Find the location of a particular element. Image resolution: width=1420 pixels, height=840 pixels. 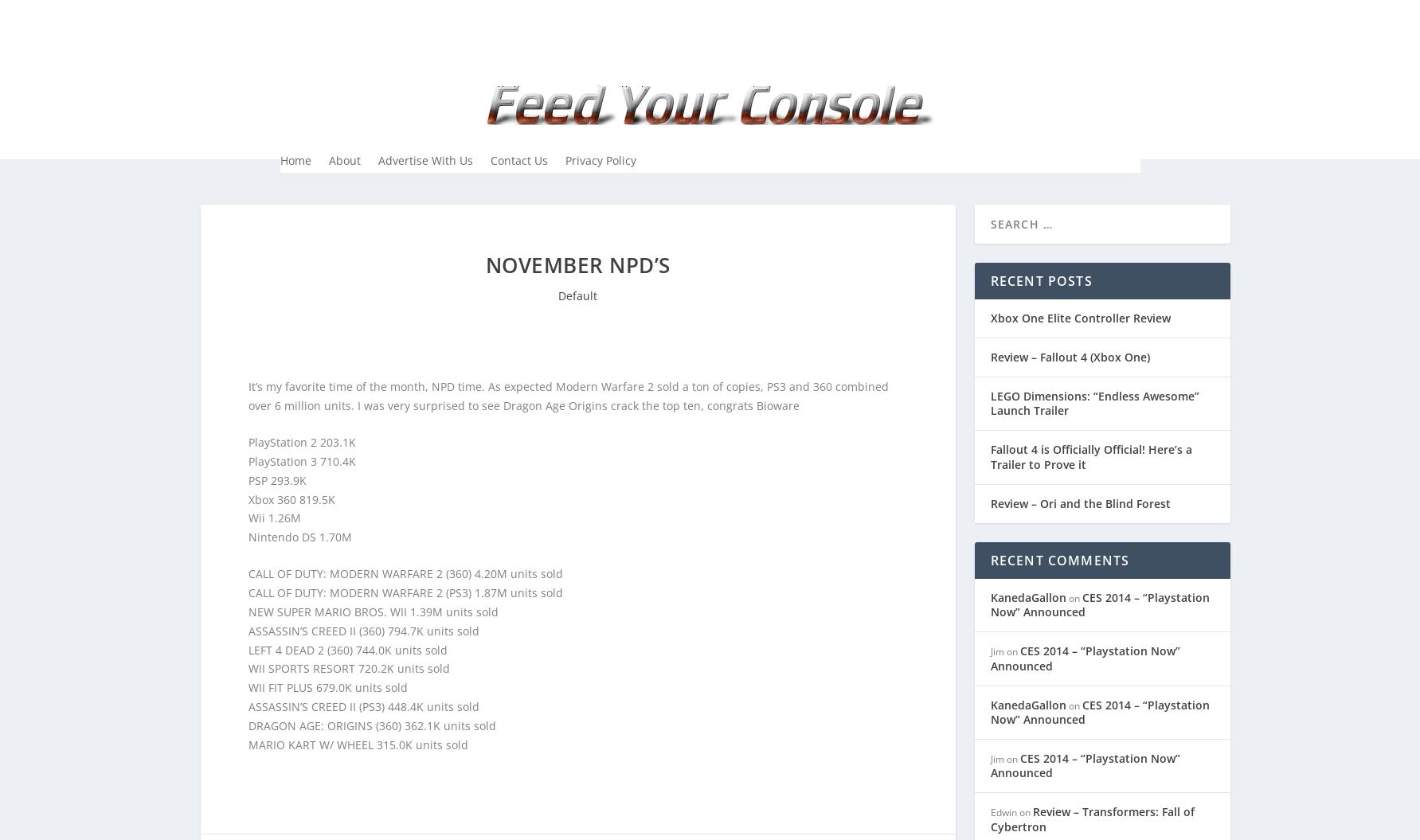

'Review – Transformers: Fall of Cybertron' is located at coordinates (989, 818).